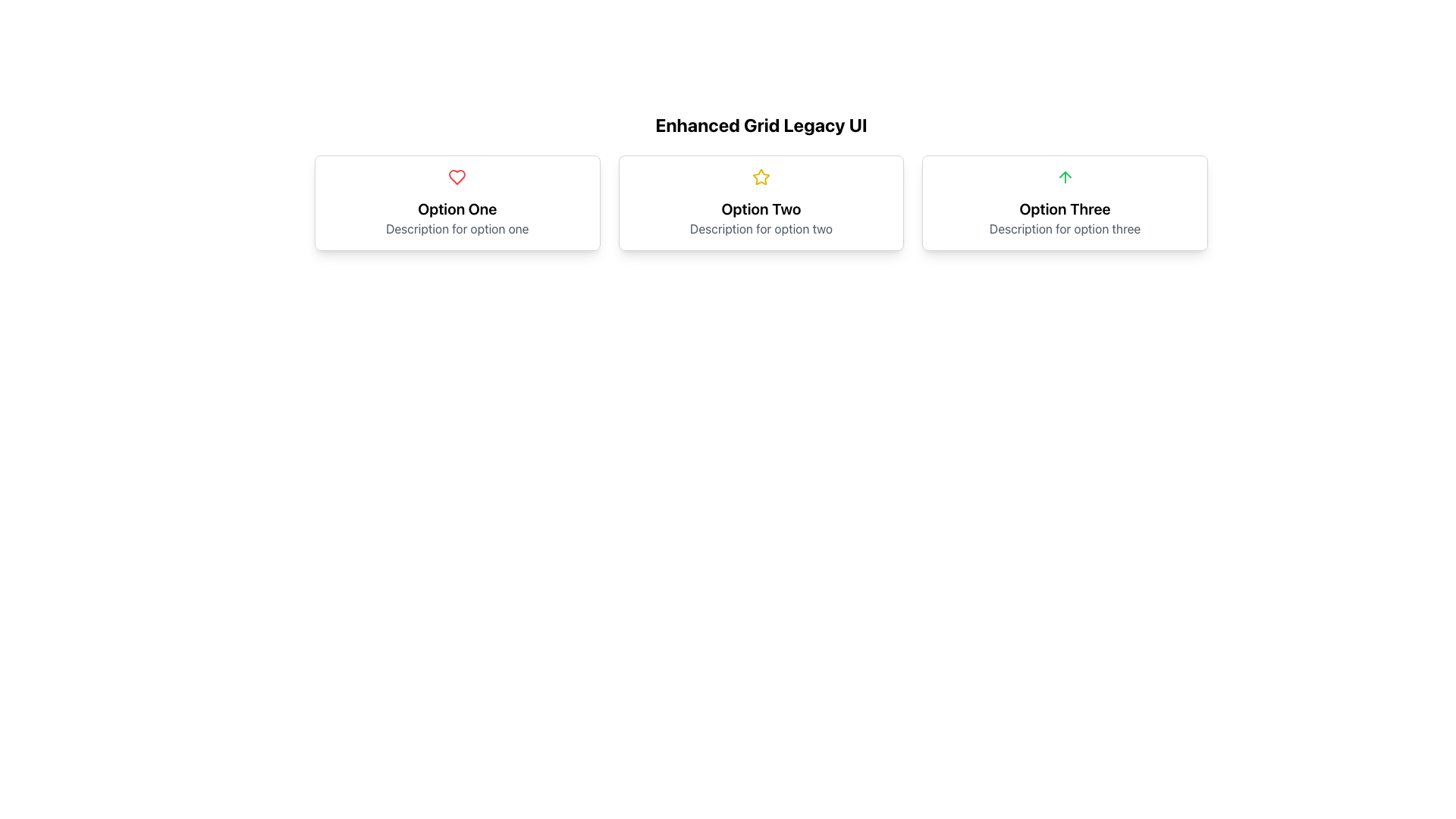  What do you see at coordinates (1064, 177) in the screenshot?
I see `the decorative icon located at the top center of the 'Option Three' card, which symbolizes an 'up' or positive action` at bounding box center [1064, 177].